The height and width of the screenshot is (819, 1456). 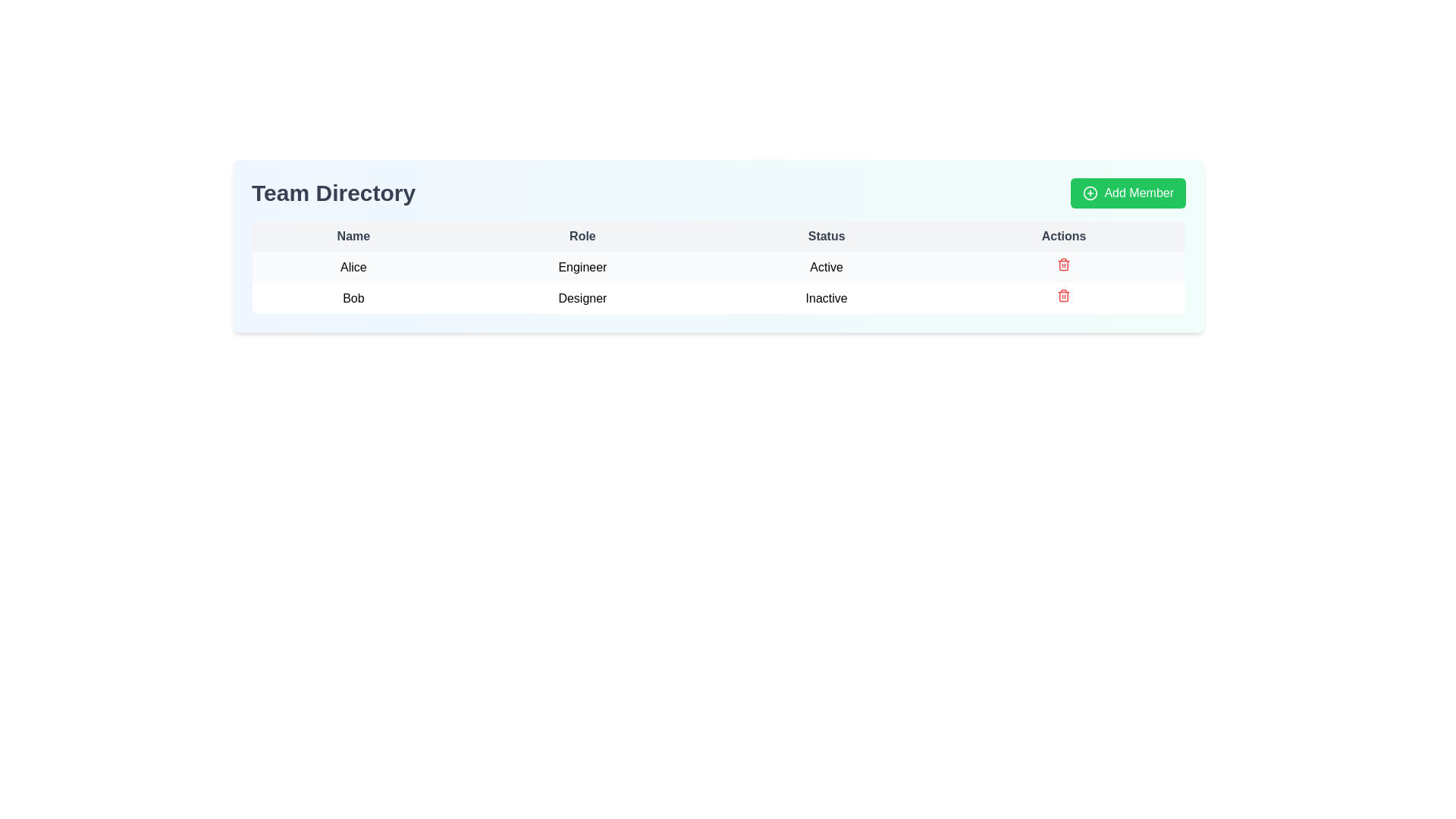 What do you see at coordinates (353, 236) in the screenshot?
I see `the static text label indicating the 'Name' column in the table, which is positioned near the top-left below the 'Team Directory' header` at bounding box center [353, 236].